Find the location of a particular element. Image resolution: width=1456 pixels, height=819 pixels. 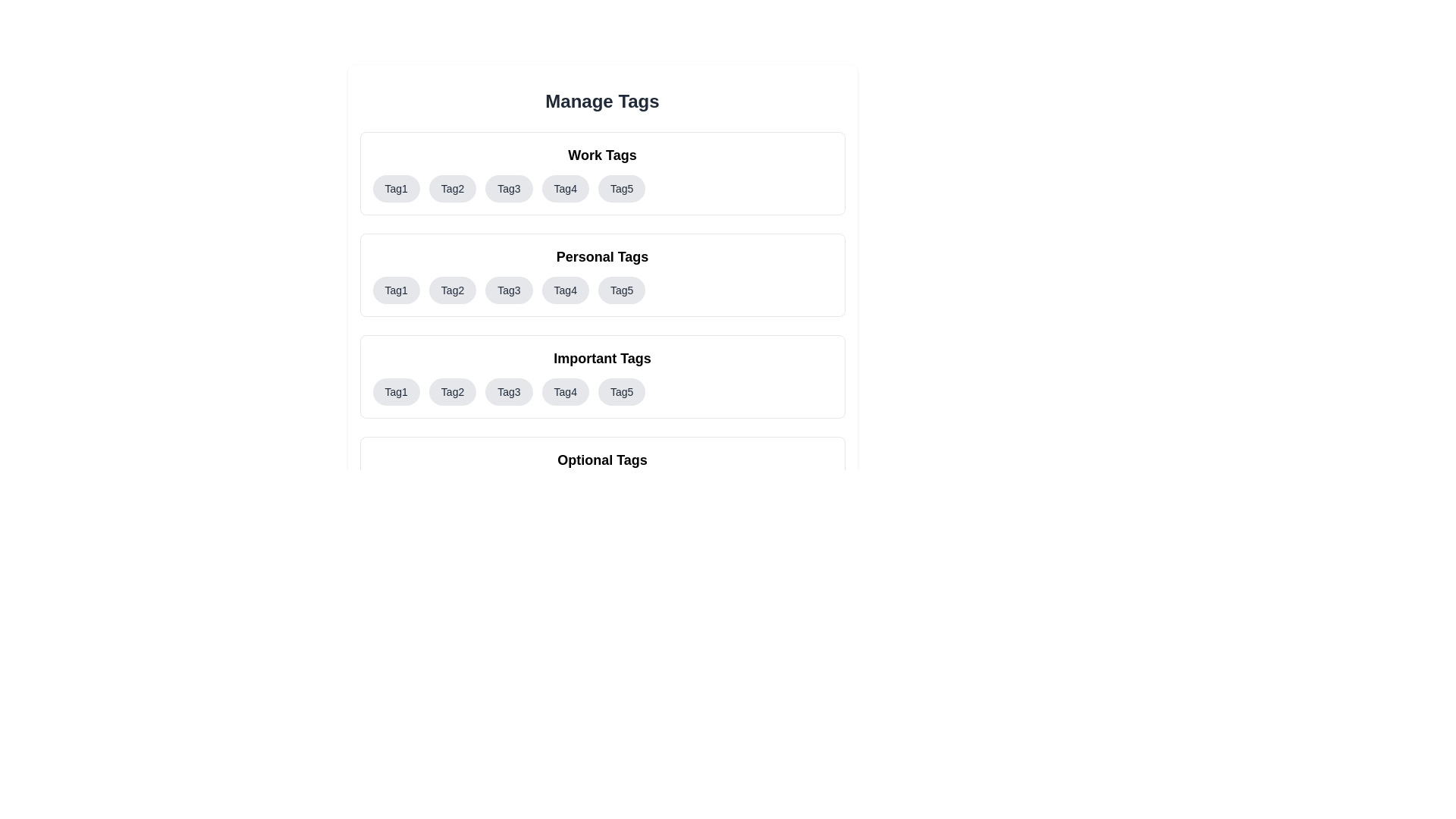

the 'Tag1' button, which is a pill-shaped button with a light gray background and medium-gray text, located in the 'Important Tags' section is located at coordinates (396, 391).